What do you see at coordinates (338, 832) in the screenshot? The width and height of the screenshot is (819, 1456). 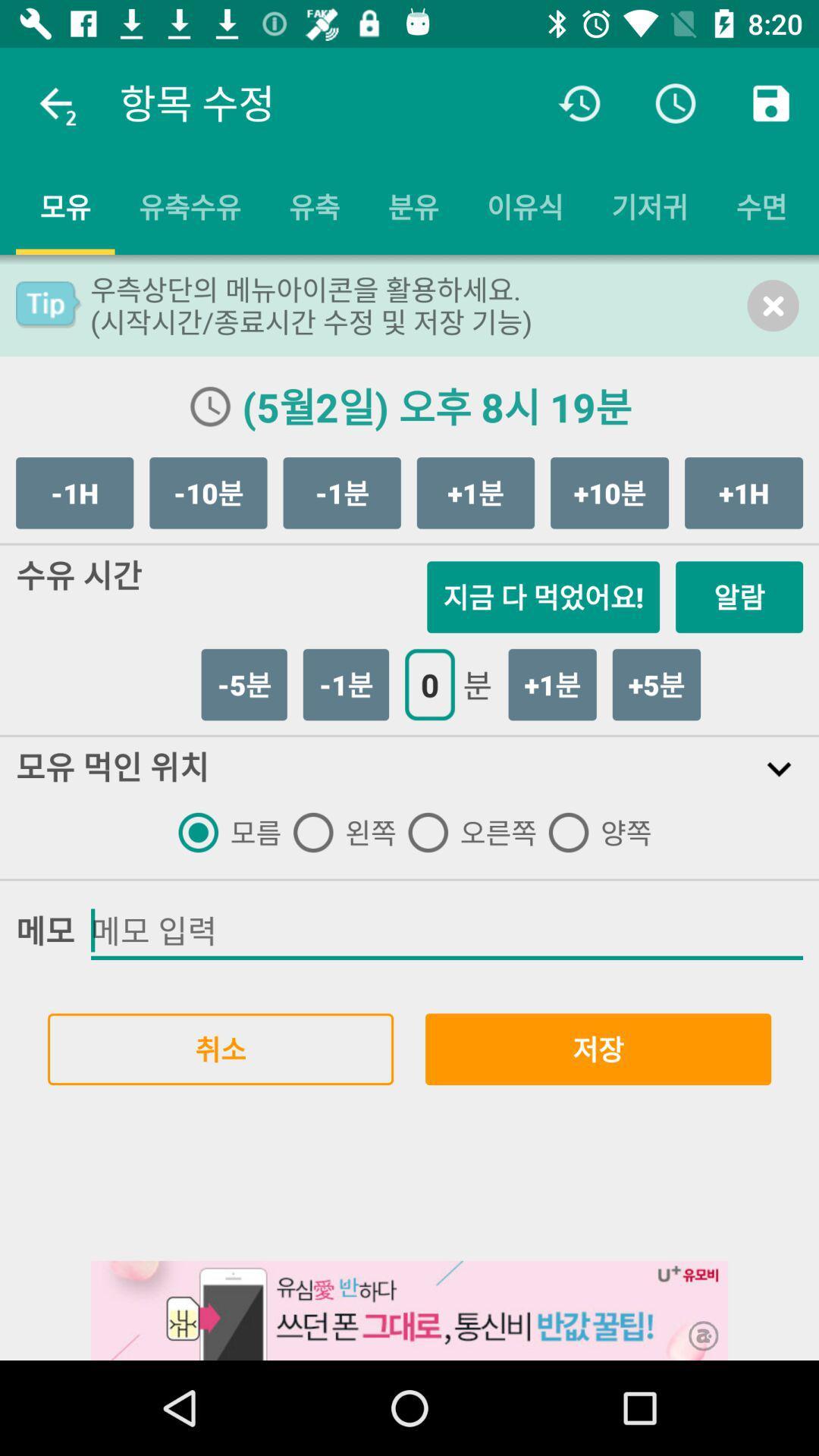 I see `second radio button` at bounding box center [338, 832].